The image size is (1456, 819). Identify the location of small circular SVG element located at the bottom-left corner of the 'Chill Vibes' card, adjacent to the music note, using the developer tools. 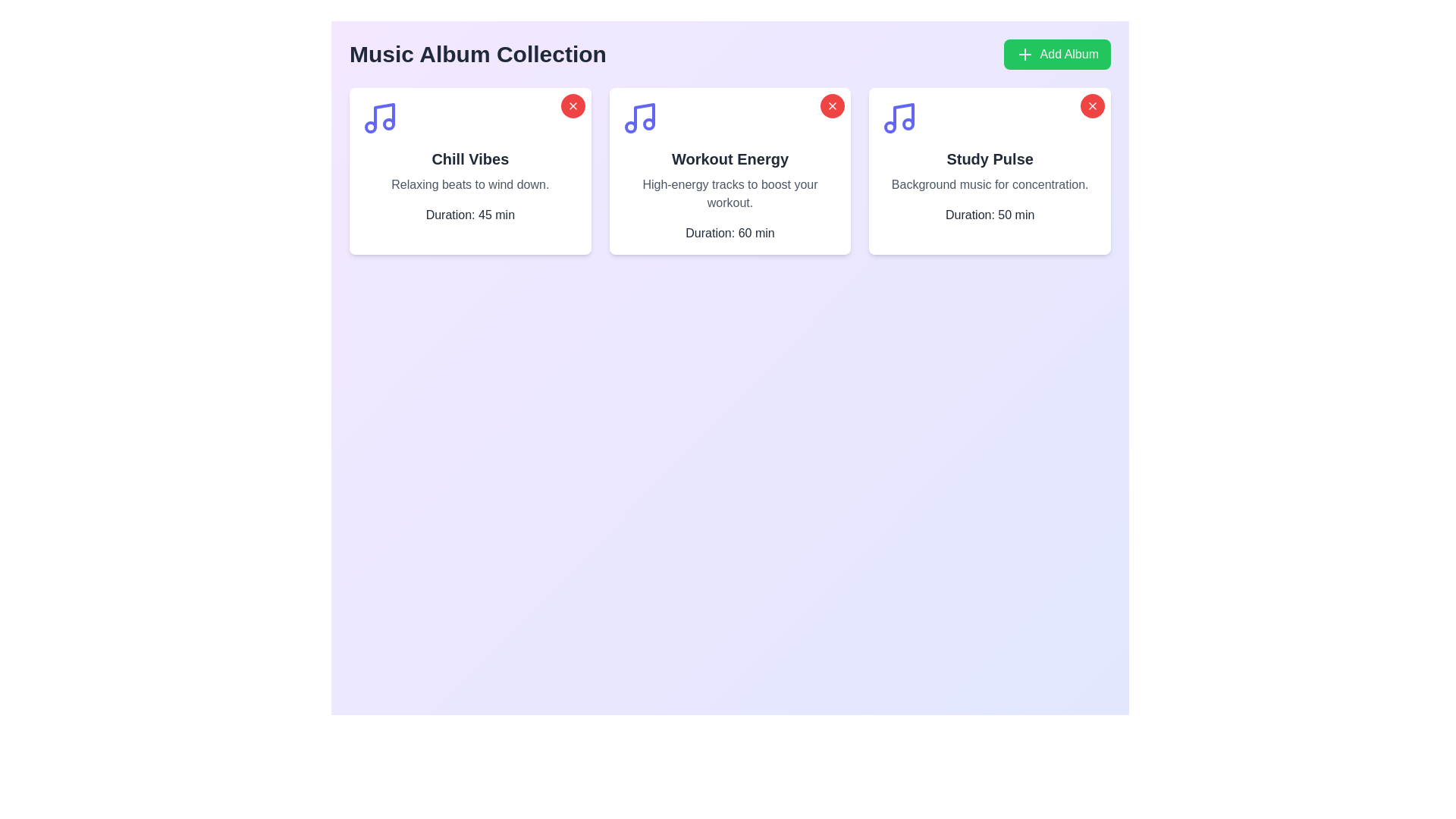
(371, 127).